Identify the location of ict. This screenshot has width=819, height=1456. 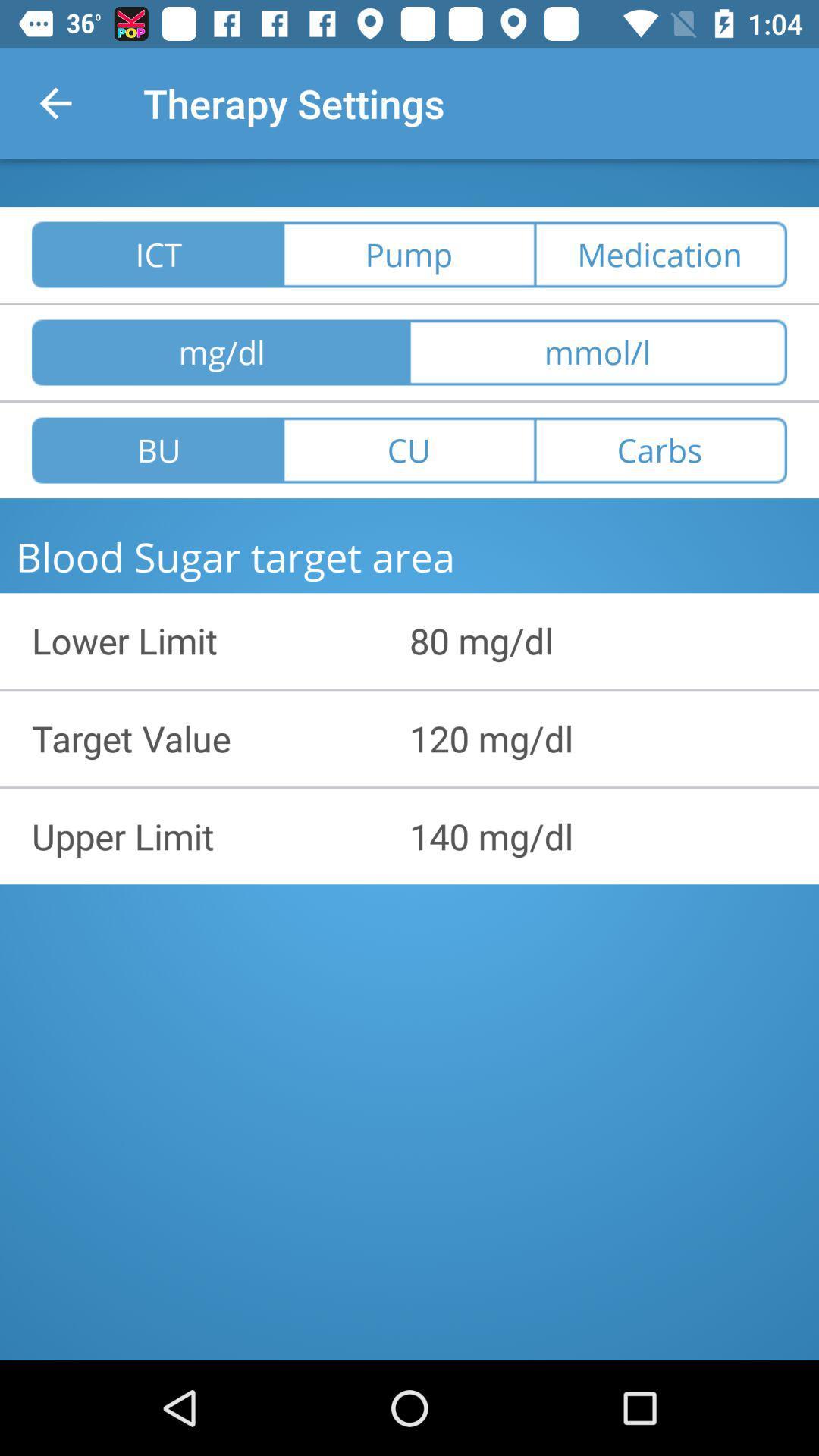
(157, 255).